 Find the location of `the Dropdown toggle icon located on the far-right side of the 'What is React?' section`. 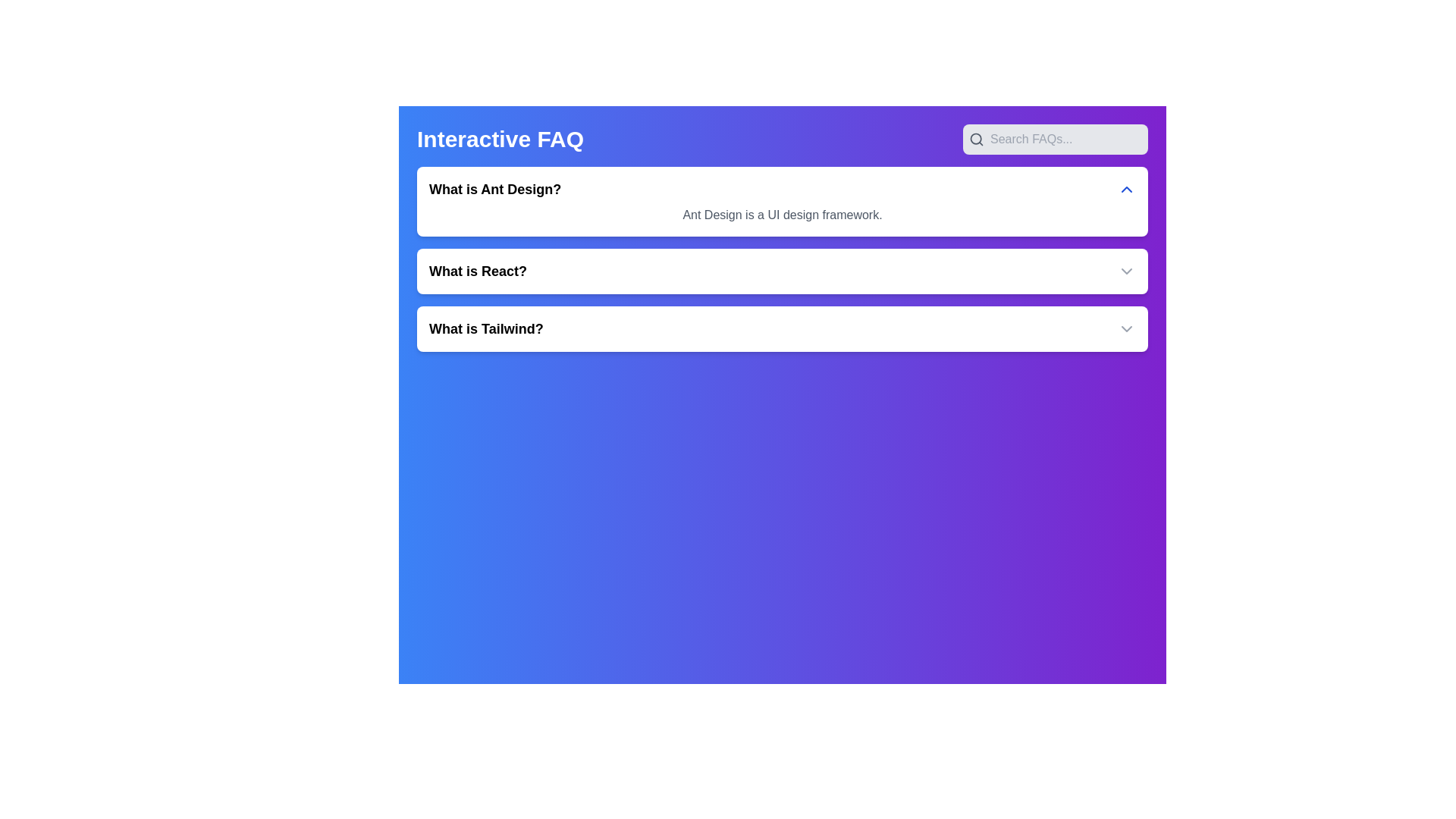

the Dropdown toggle icon located on the far-right side of the 'What is React?' section is located at coordinates (1127, 271).